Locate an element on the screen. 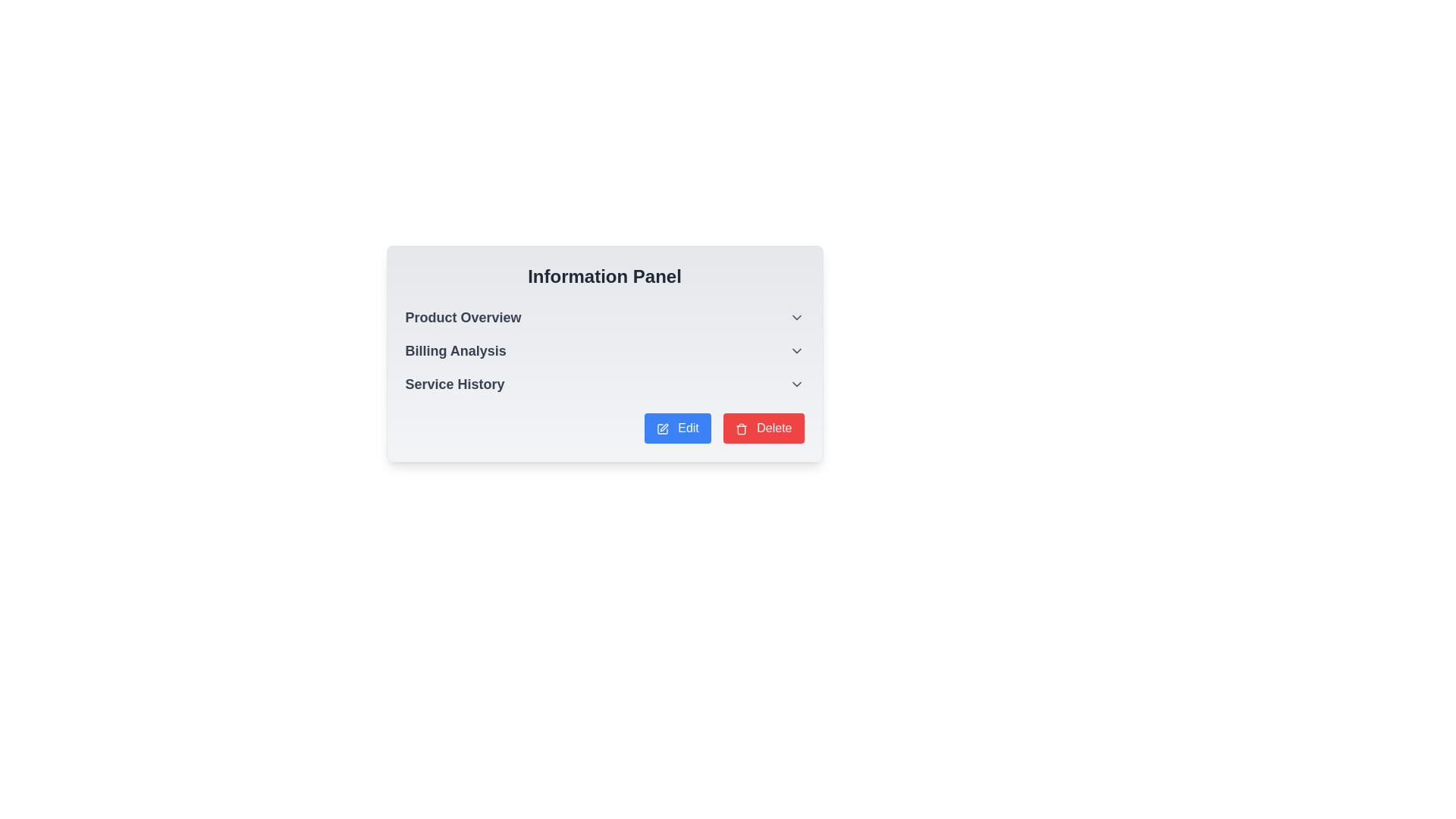 This screenshot has width=1456, height=819. the downward-pointing chevron icon of the Dropdown toggle button located on the right side of the 'Product Overview' text in the Information Panel is located at coordinates (795, 317).